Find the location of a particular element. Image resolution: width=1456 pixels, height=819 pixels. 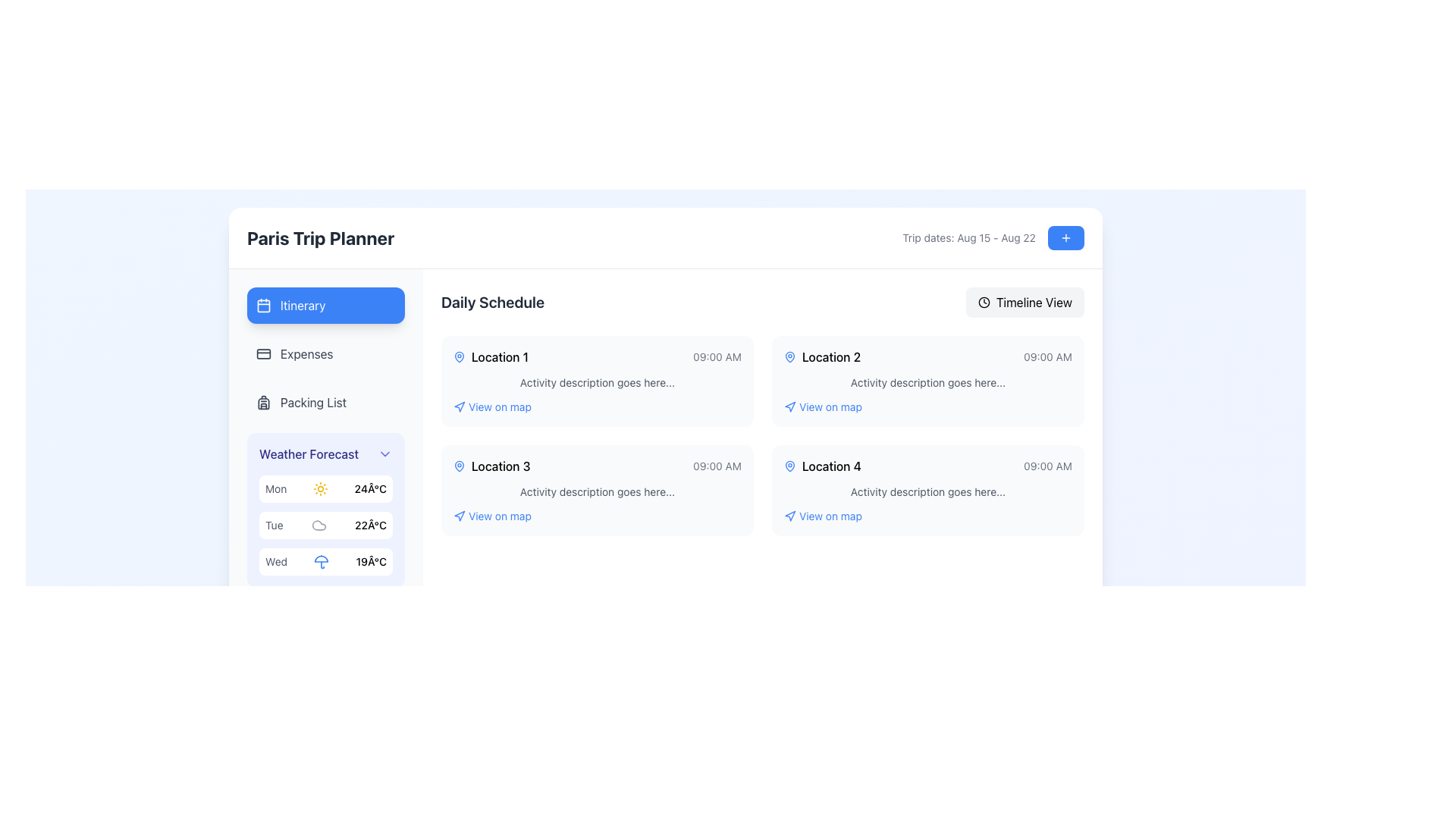

the minimalist gray cloud icon located in the left sidebar above the weather forecast section is located at coordinates (318, 525).